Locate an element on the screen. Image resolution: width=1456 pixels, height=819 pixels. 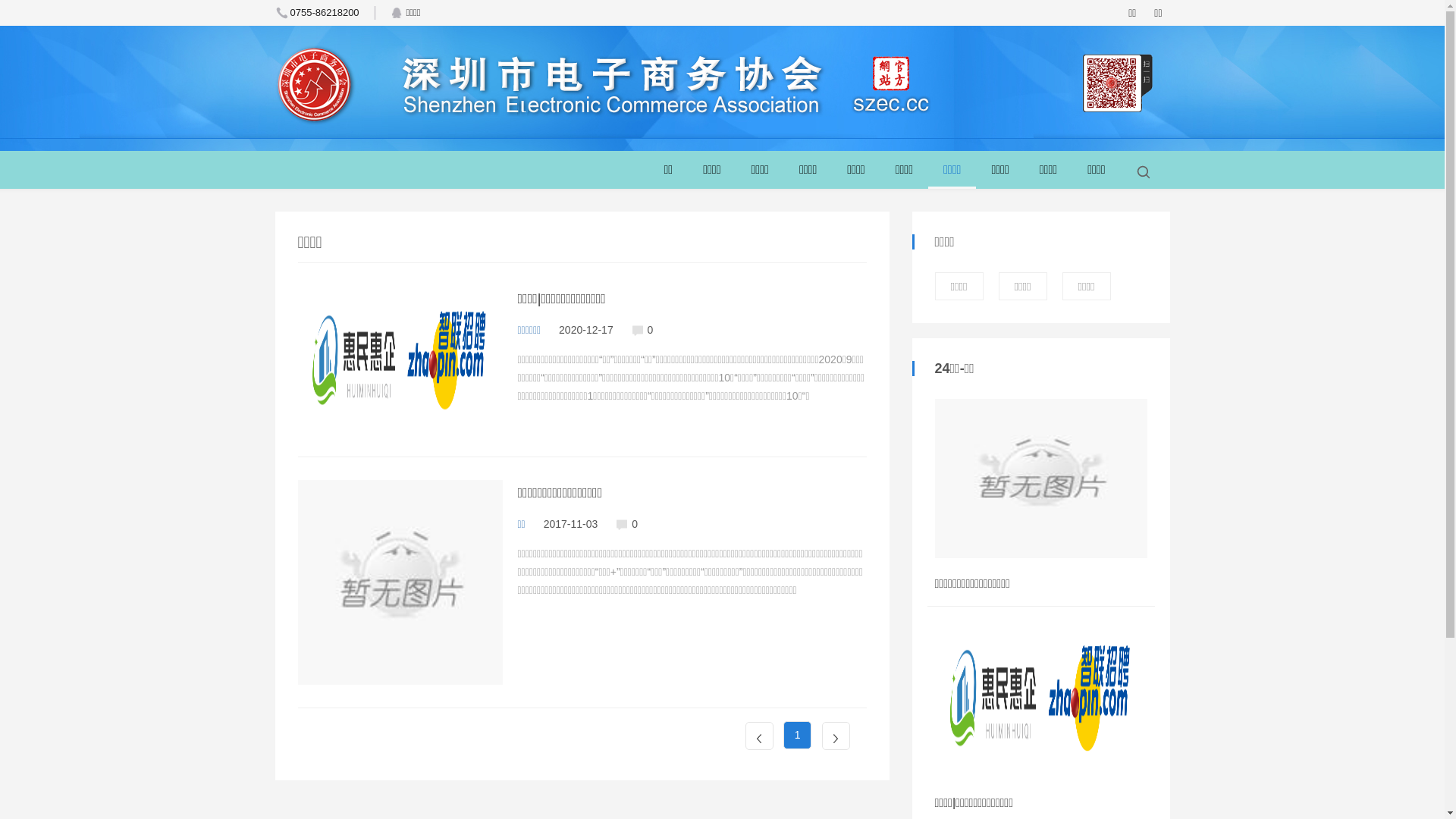
'1' is located at coordinates (796, 734).